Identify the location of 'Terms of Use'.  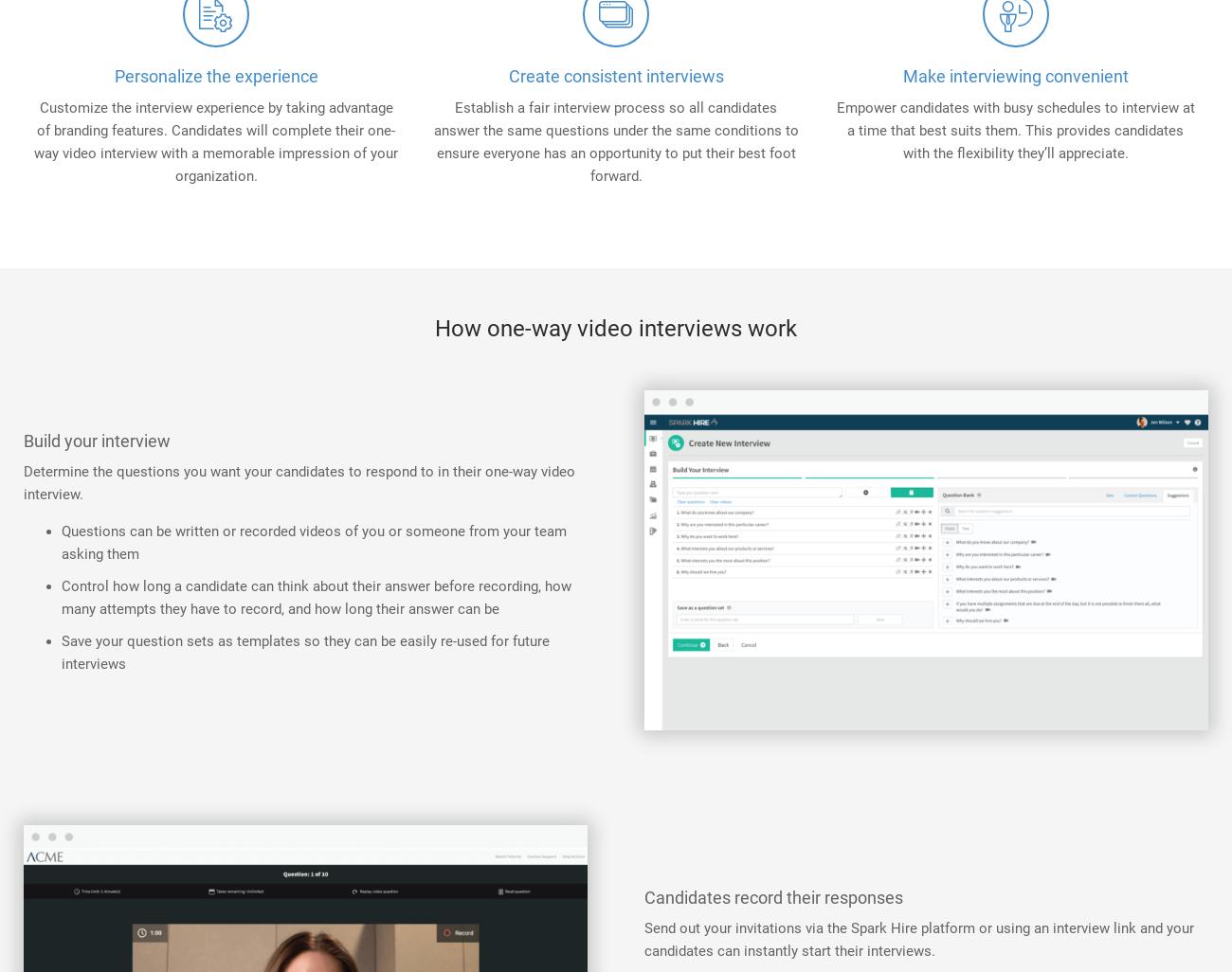
(1075, 487).